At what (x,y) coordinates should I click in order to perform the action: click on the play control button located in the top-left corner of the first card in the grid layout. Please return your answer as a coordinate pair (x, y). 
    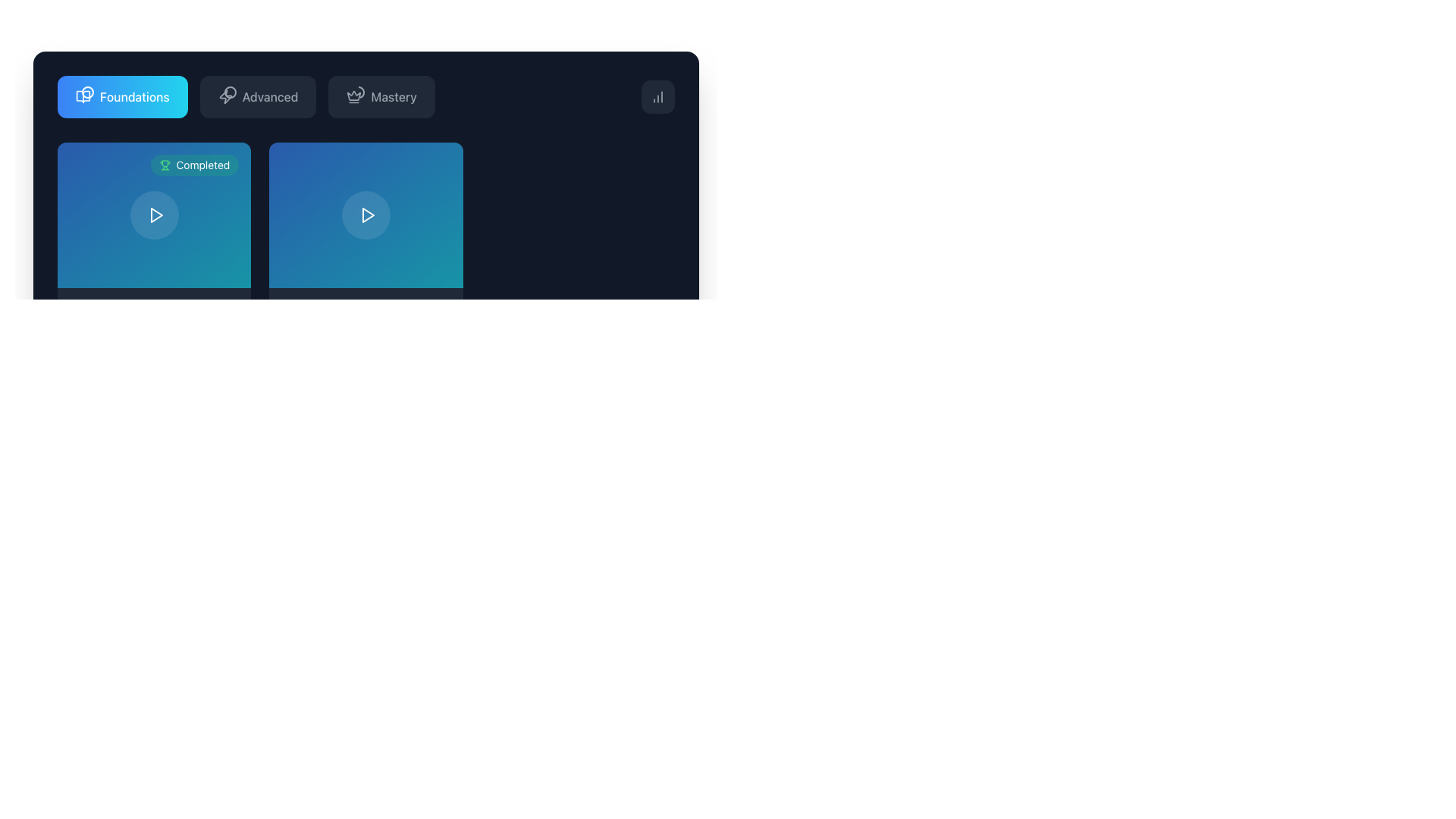
    Looking at the image, I should click on (154, 215).